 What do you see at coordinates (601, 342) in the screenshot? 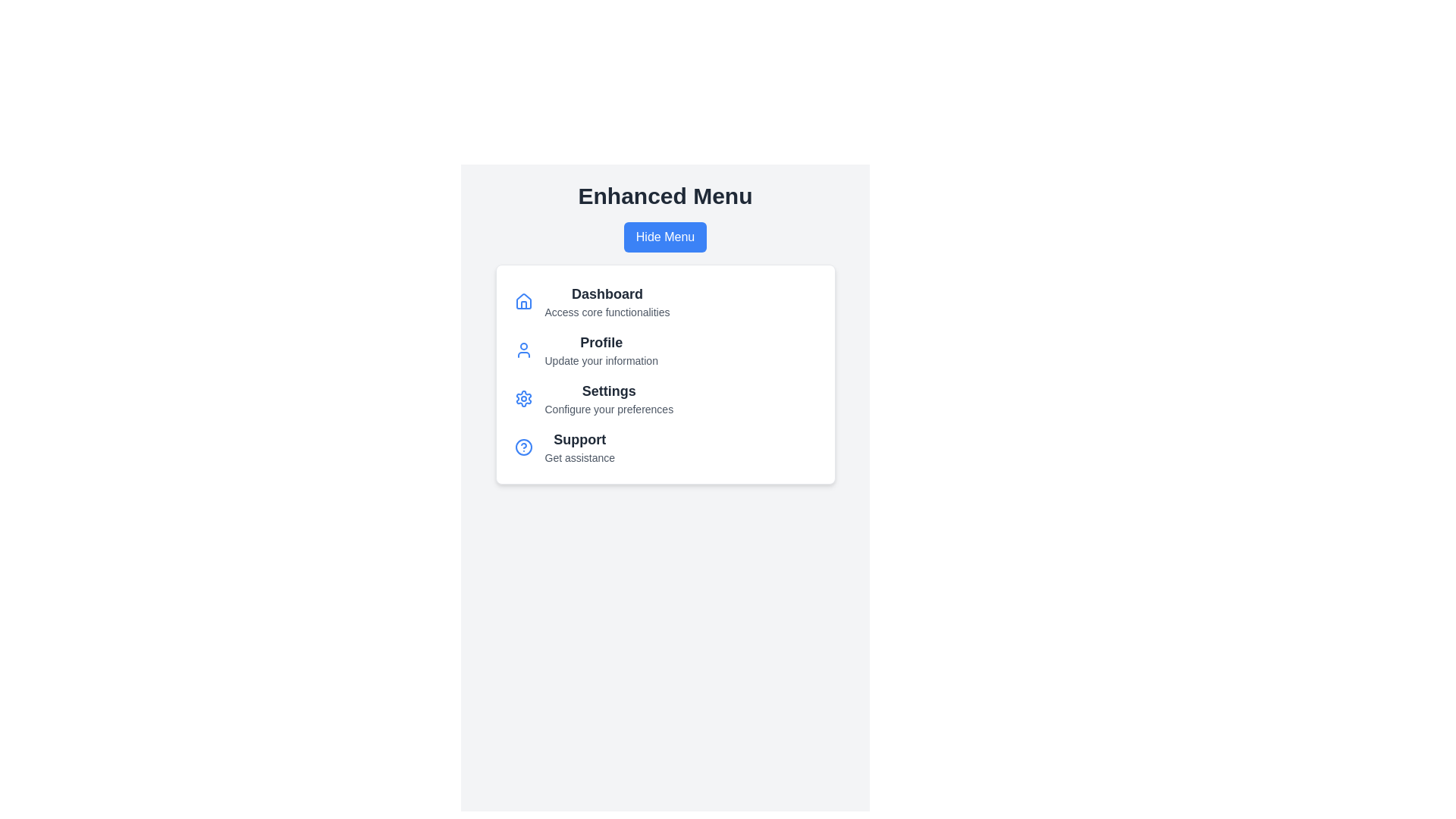
I see `the menu item labeled Profile to activate its corresponding action` at bounding box center [601, 342].